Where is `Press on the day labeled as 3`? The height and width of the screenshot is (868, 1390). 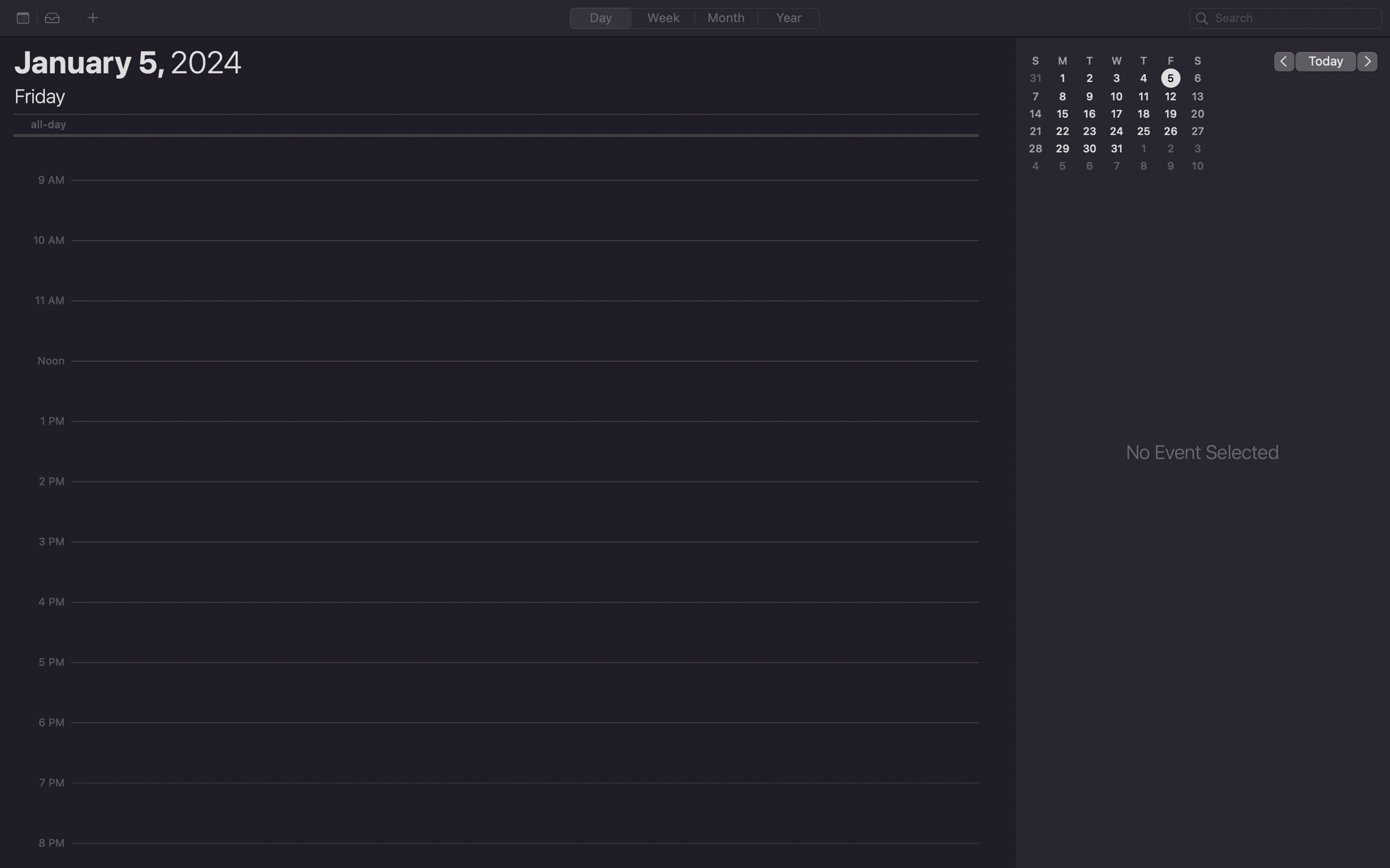
Press on the day labeled as 3 is located at coordinates (1116, 77).